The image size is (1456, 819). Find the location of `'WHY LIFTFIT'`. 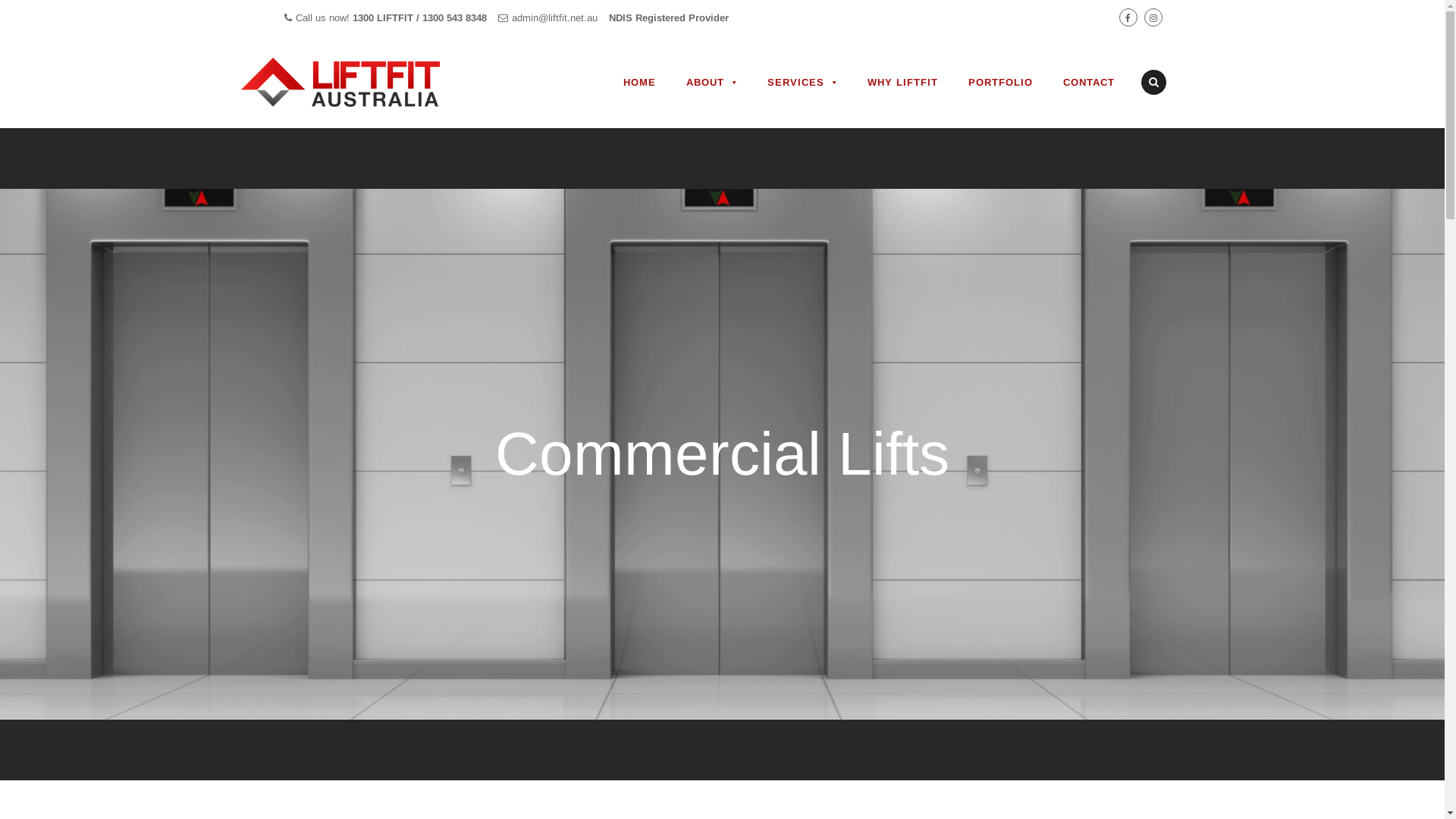

'WHY LIFTFIT' is located at coordinates (902, 82).